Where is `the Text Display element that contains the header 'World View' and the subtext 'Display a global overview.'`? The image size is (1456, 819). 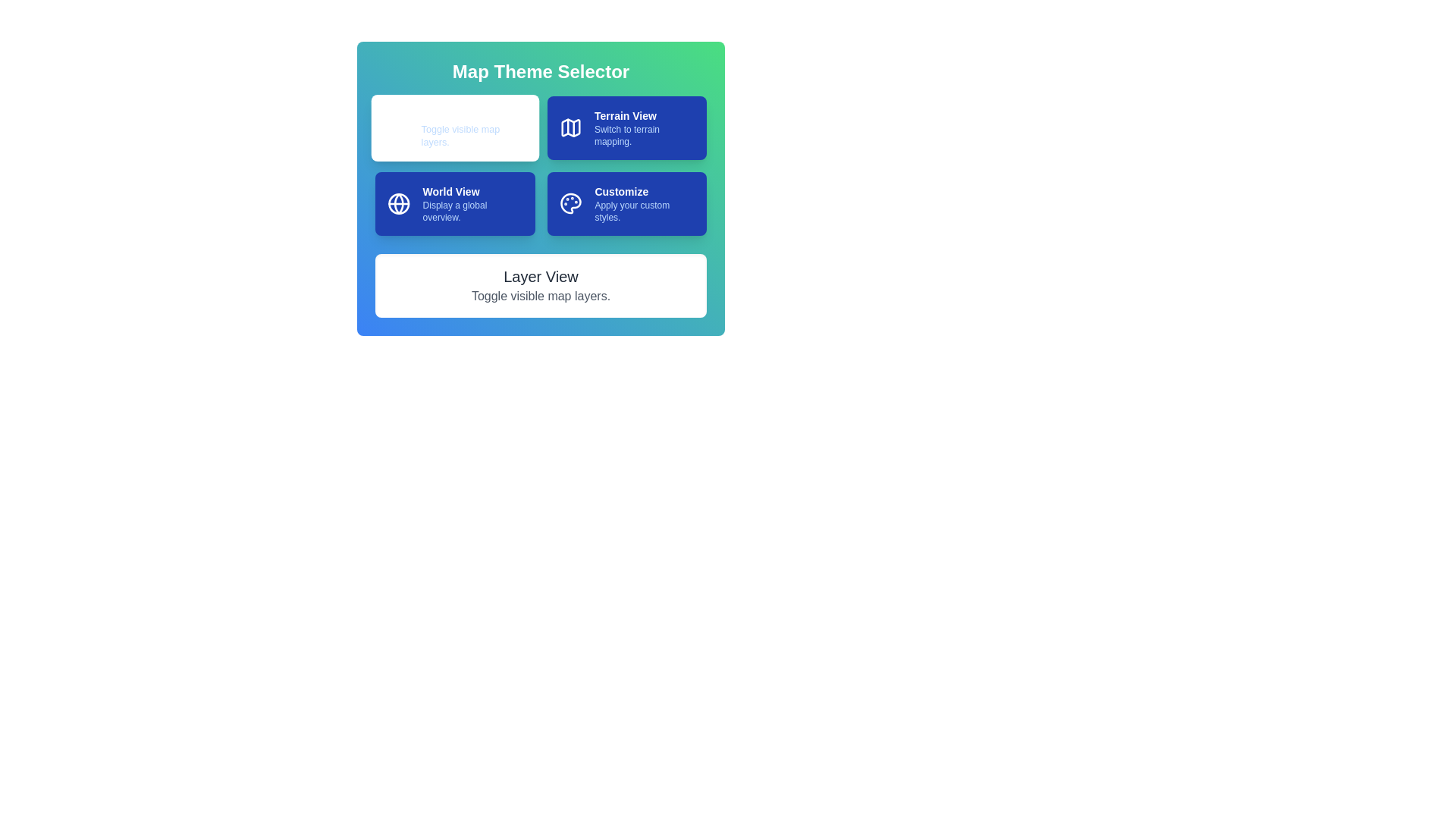
the Text Display element that contains the header 'World View' and the subtext 'Display a global overview.' is located at coordinates (472, 203).